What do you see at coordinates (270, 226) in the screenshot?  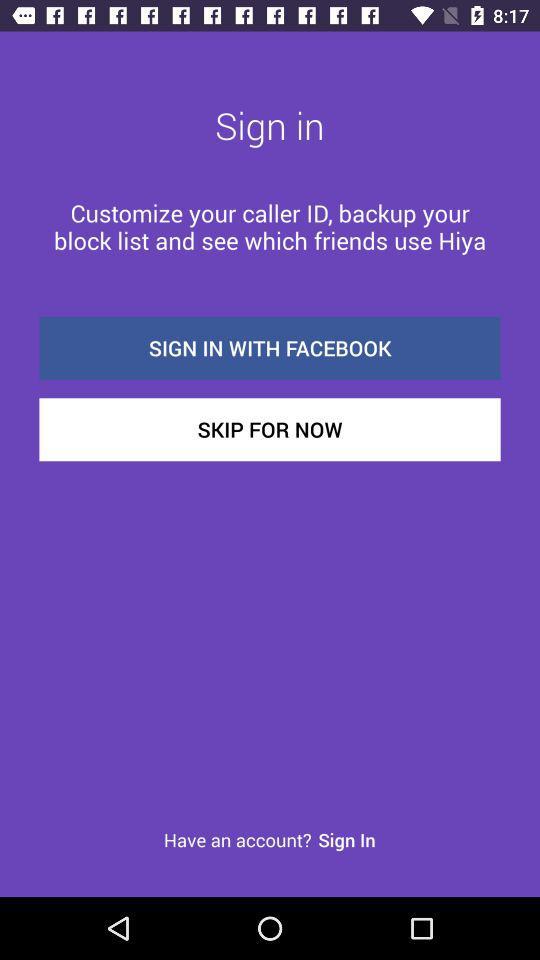 I see `the customize your caller` at bounding box center [270, 226].